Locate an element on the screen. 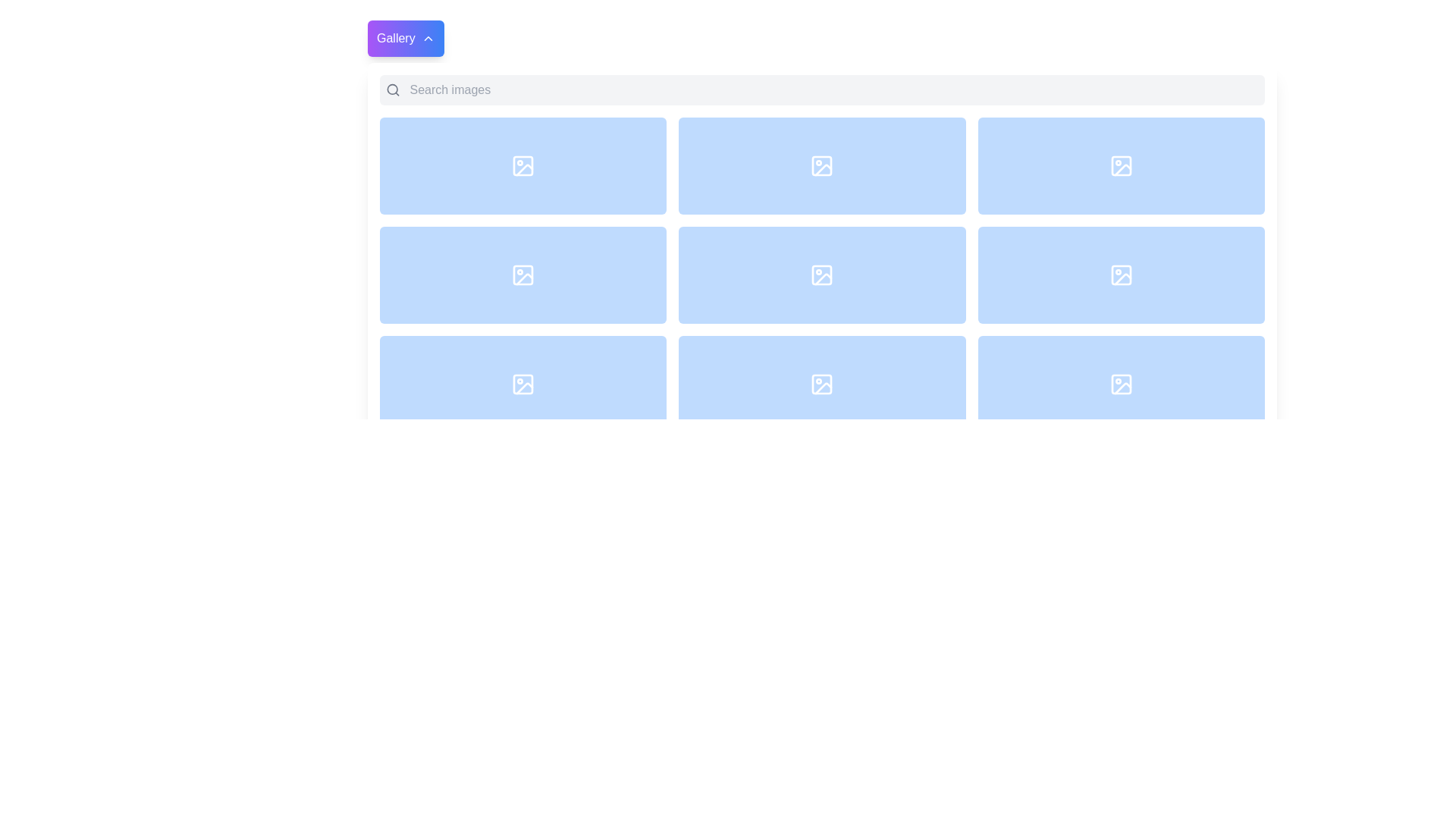 The width and height of the screenshot is (1456, 819). the light blue rectangular button with rounded corners that contains a white image placeholder icon, located is located at coordinates (1121, 166).